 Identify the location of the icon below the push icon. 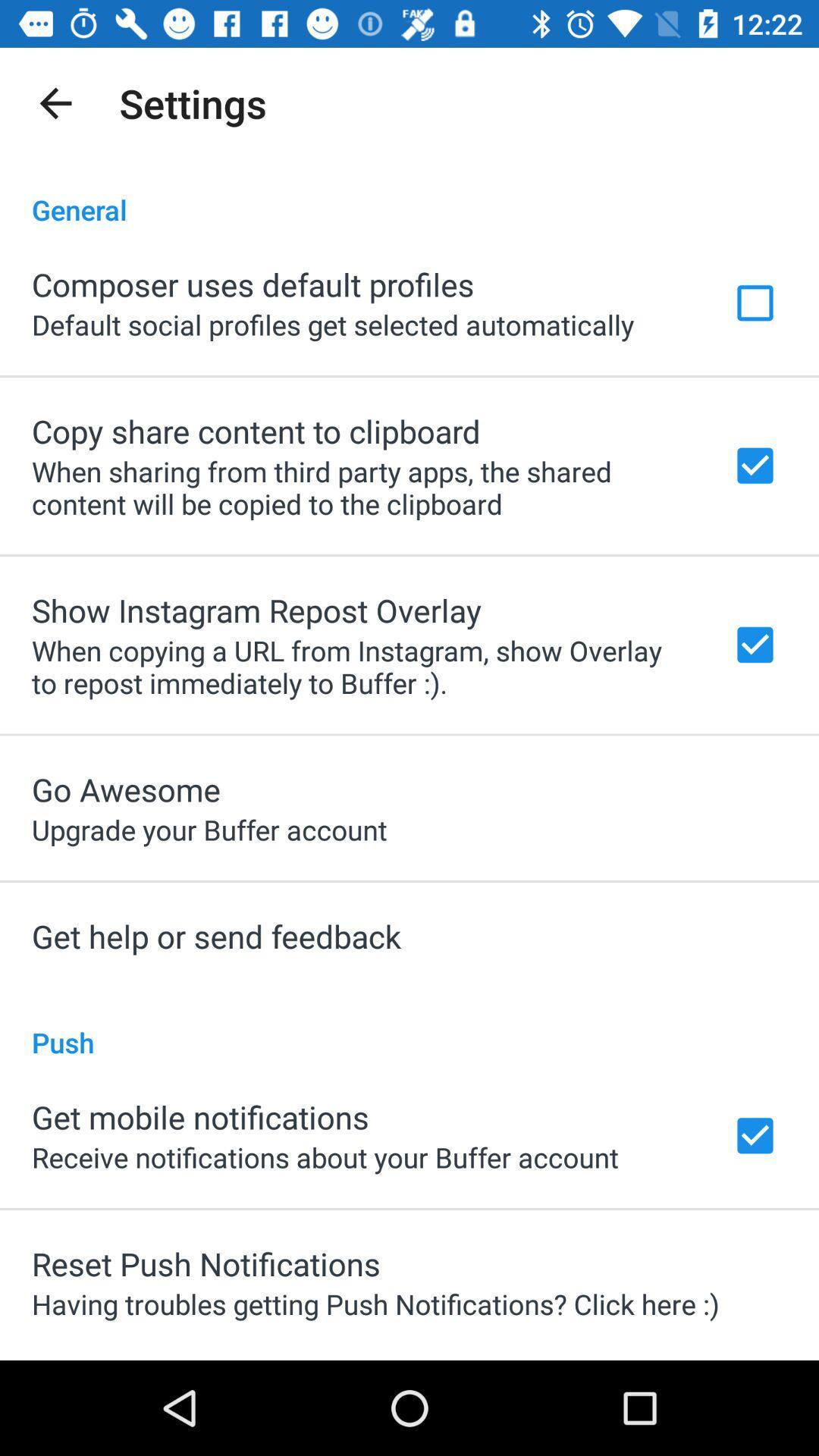
(199, 1117).